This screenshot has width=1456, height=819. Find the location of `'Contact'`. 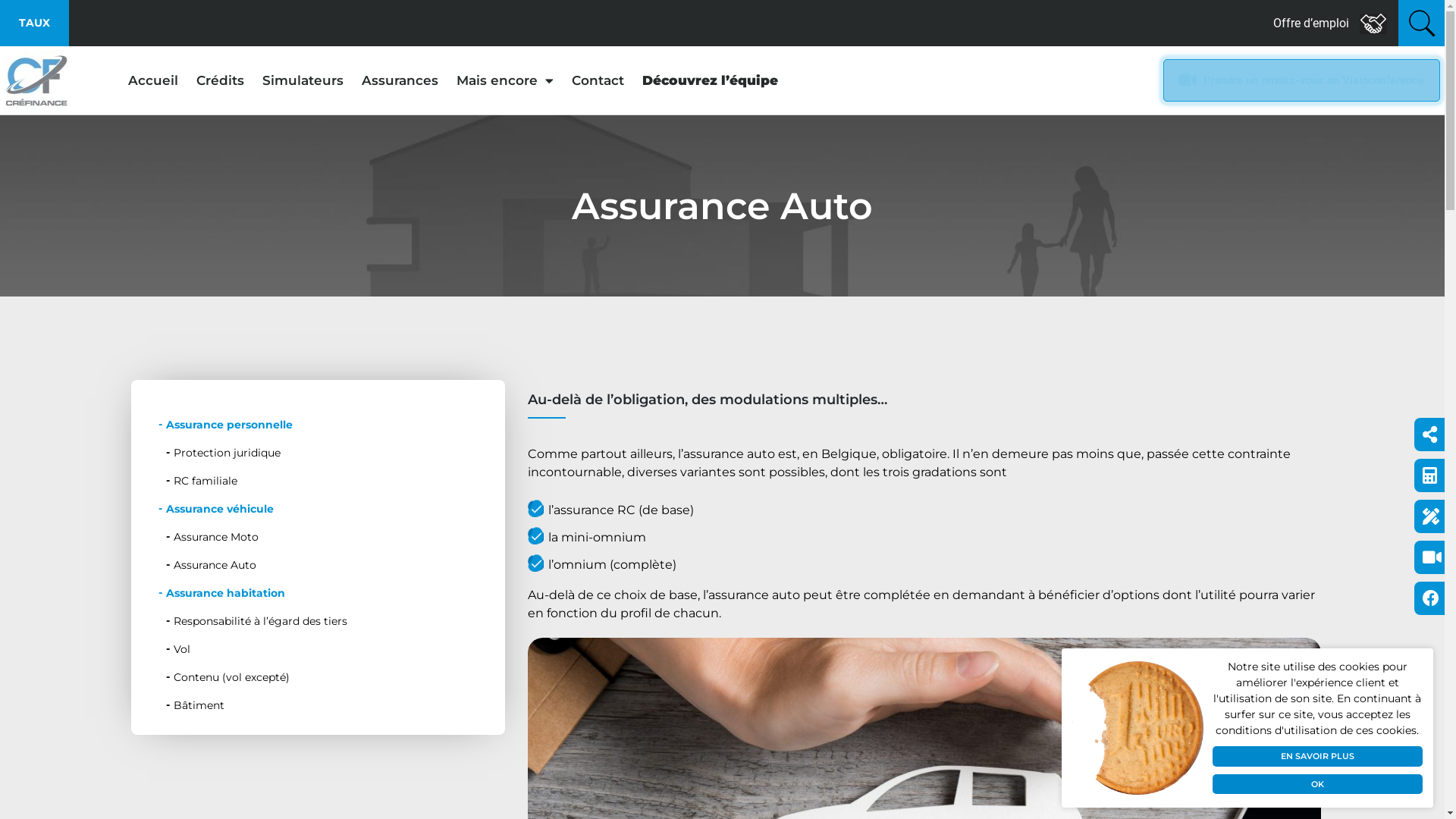

'Contact' is located at coordinates (597, 80).